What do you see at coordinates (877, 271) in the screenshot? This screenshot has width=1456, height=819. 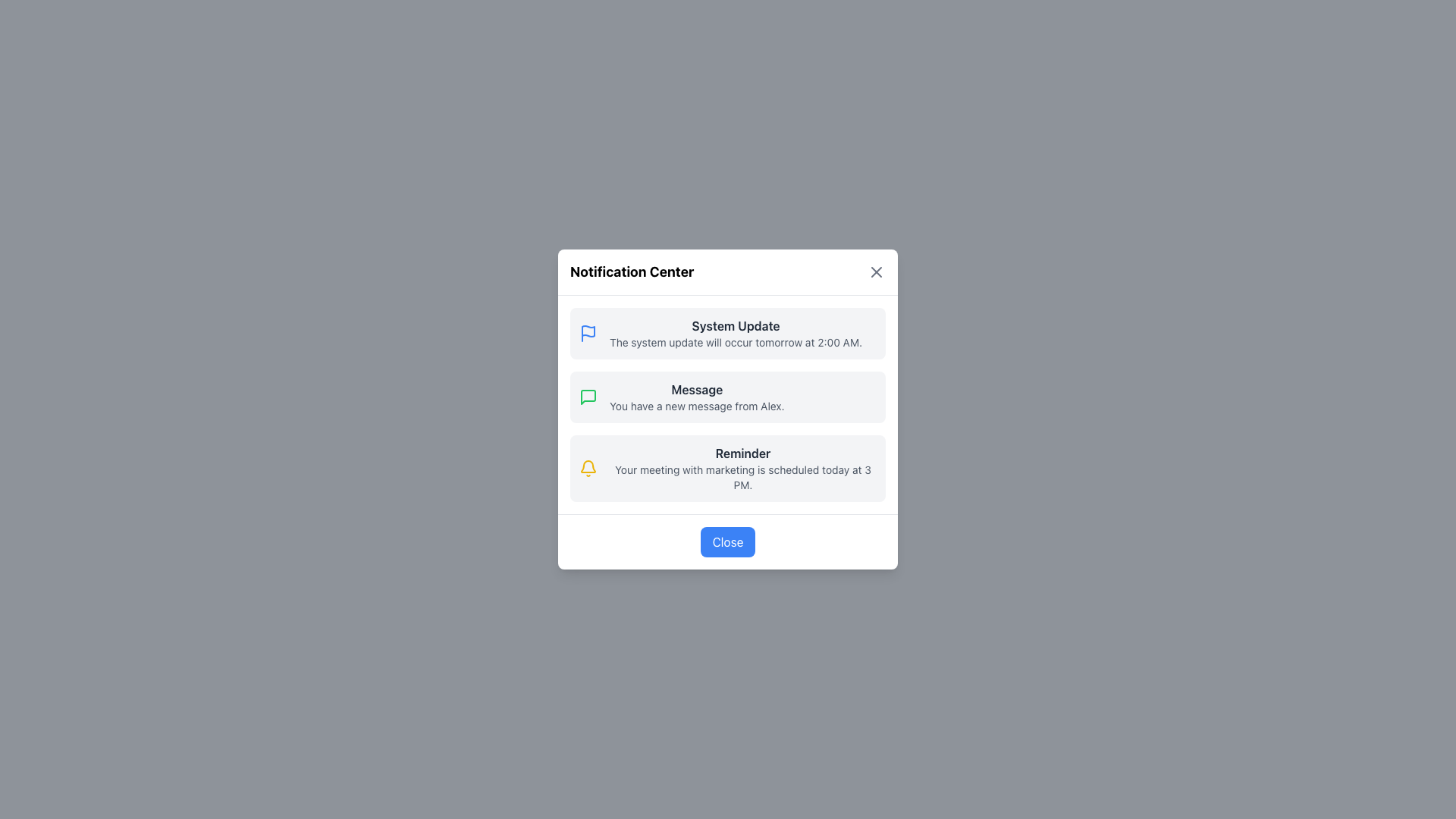 I see `the small diagonal cross icon located at the top right corner of the Notification Center popup` at bounding box center [877, 271].